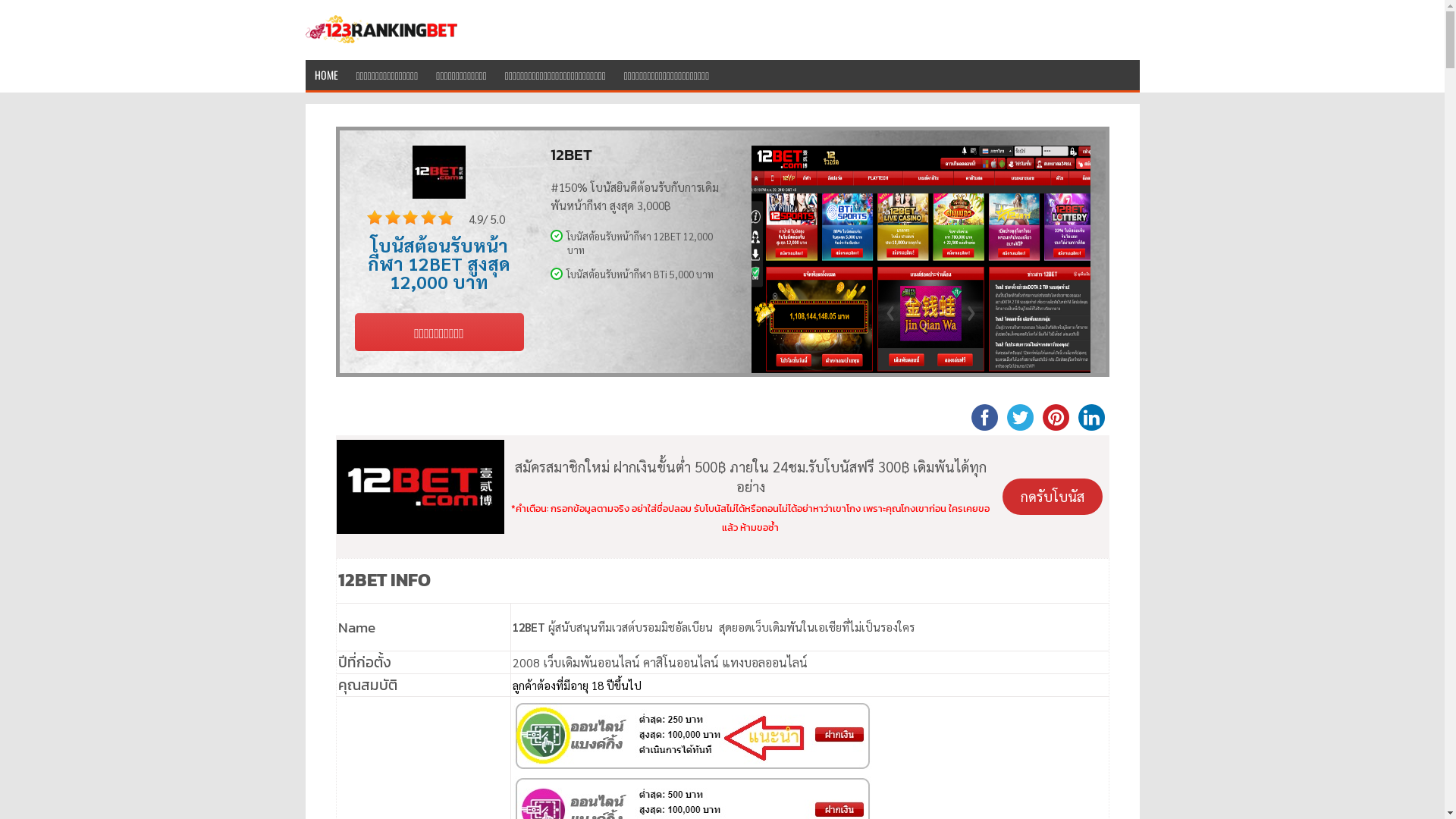 Image resolution: width=1456 pixels, height=819 pixels. What do you see at coordinates (1020, 416) in the screenshot?
I see `'Twitter'` at bounding box center [1020, 416].